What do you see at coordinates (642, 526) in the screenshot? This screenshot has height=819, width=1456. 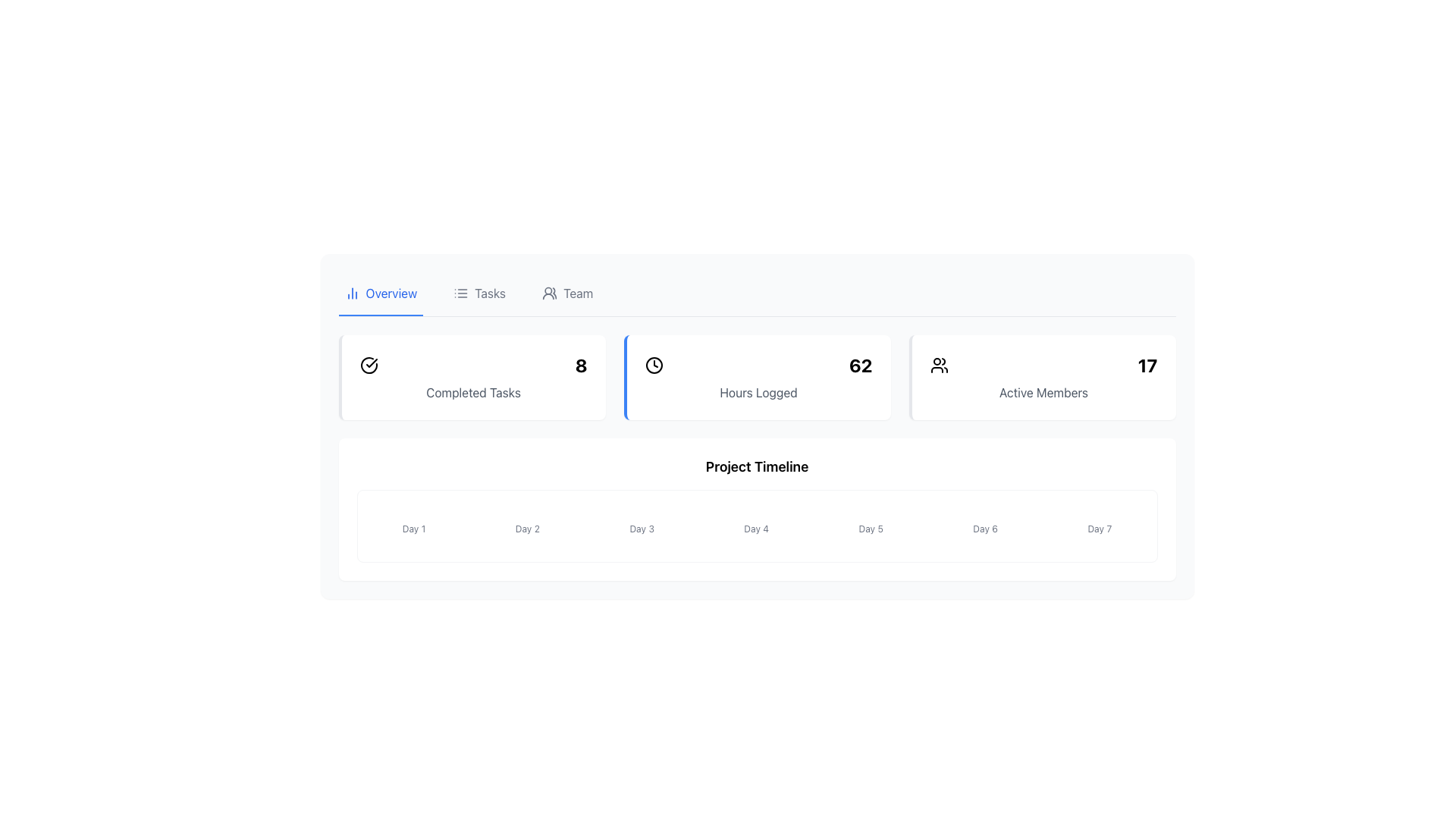 I see `the label and indicator combination for Day 3 in the timeline interface for potential interaction` at bounding box center [642, 526].